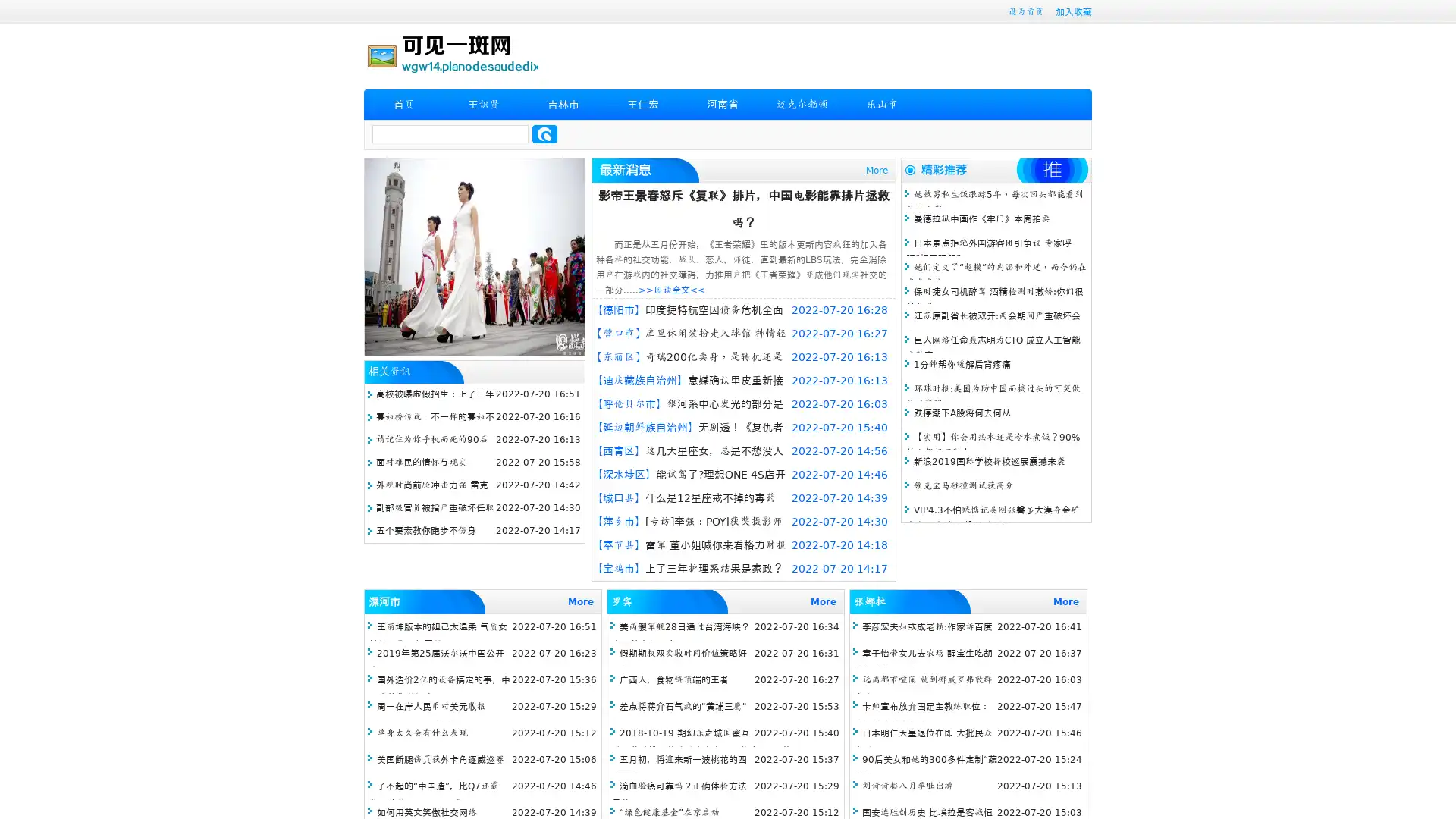 The image size is (1456, 819). I want to click on Search, so click(544, 133).